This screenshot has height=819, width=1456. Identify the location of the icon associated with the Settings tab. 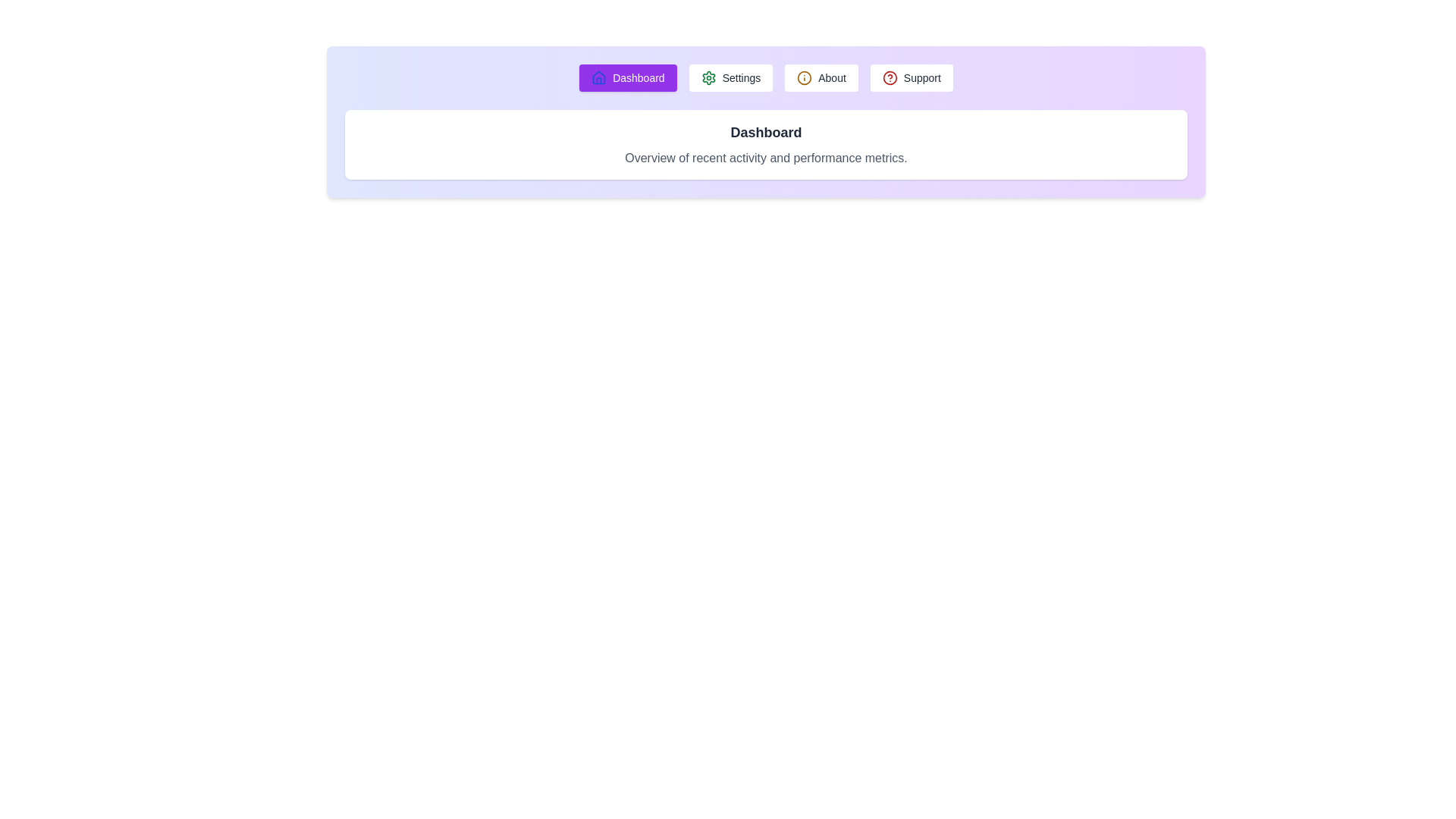
(708, 78).